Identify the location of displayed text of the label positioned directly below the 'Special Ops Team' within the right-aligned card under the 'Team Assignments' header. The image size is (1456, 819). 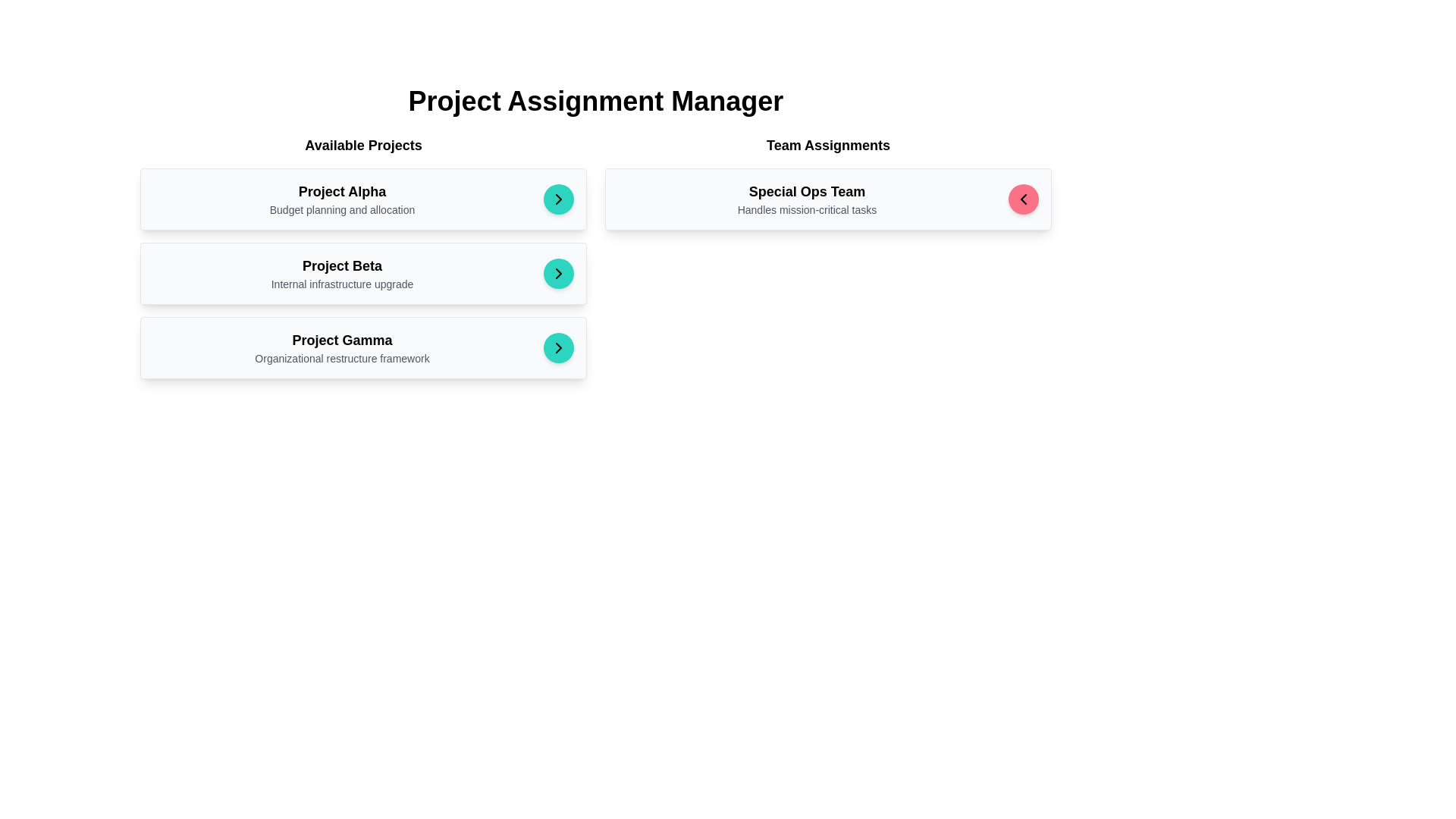
(806, 210).